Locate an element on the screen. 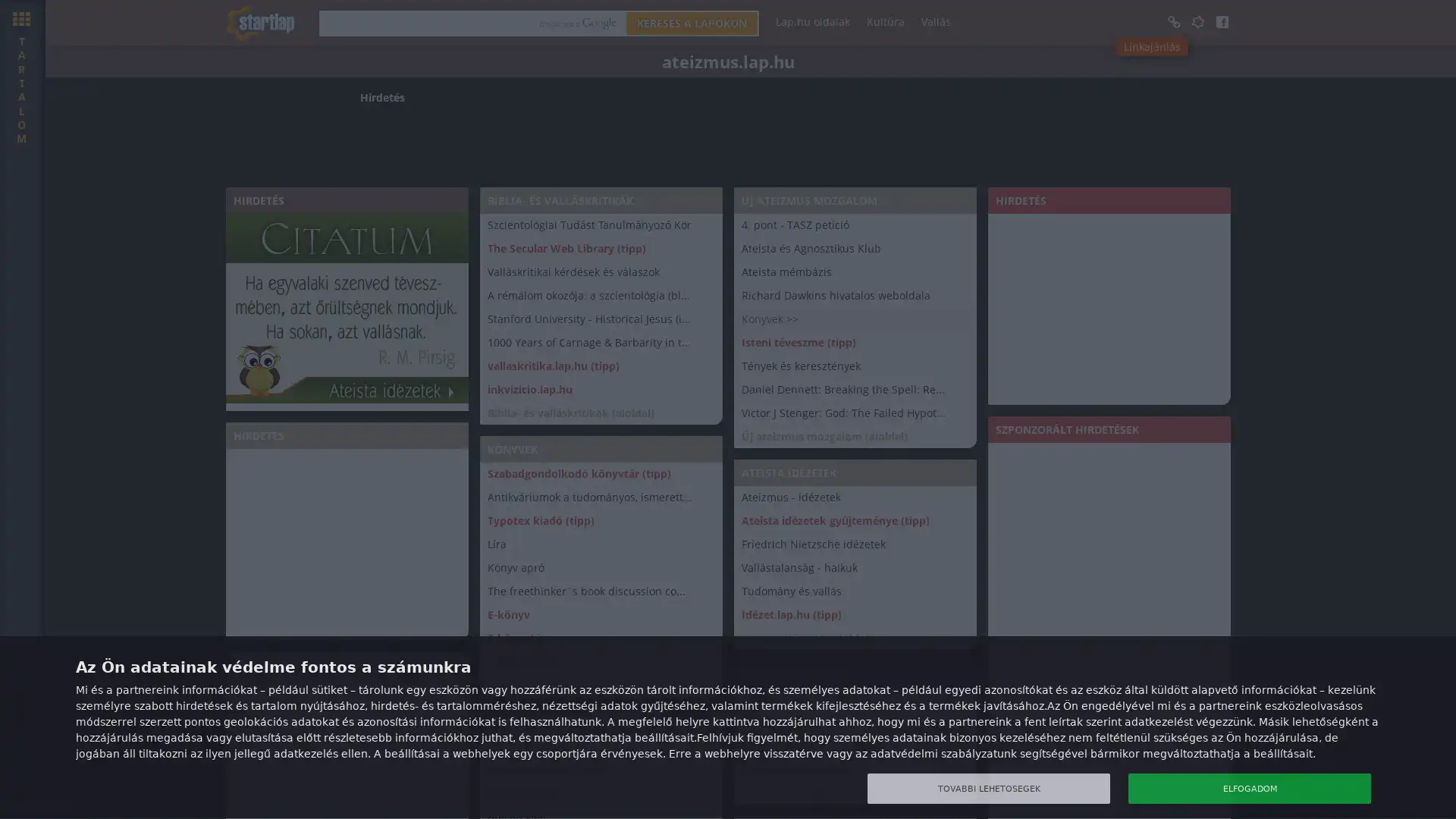 The image size is (1456, 819). ELFOGADOM is located at coordinates (1249, 788).